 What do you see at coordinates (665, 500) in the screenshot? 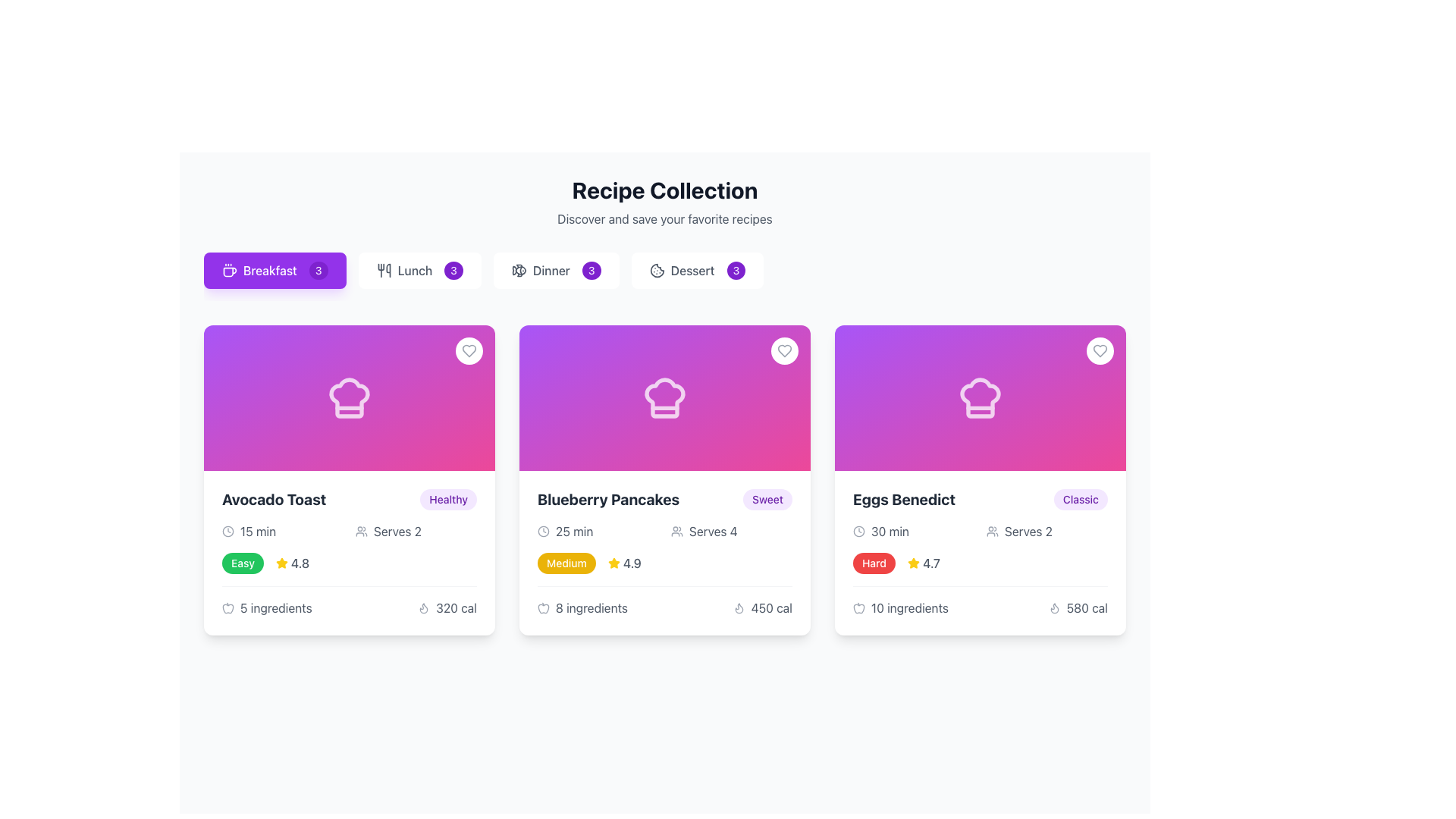
I see `the recipe name in the Composite text block located at the top of the second recipe card from the left, beneath the chef's hat icon` at bounding box center [665, 500].